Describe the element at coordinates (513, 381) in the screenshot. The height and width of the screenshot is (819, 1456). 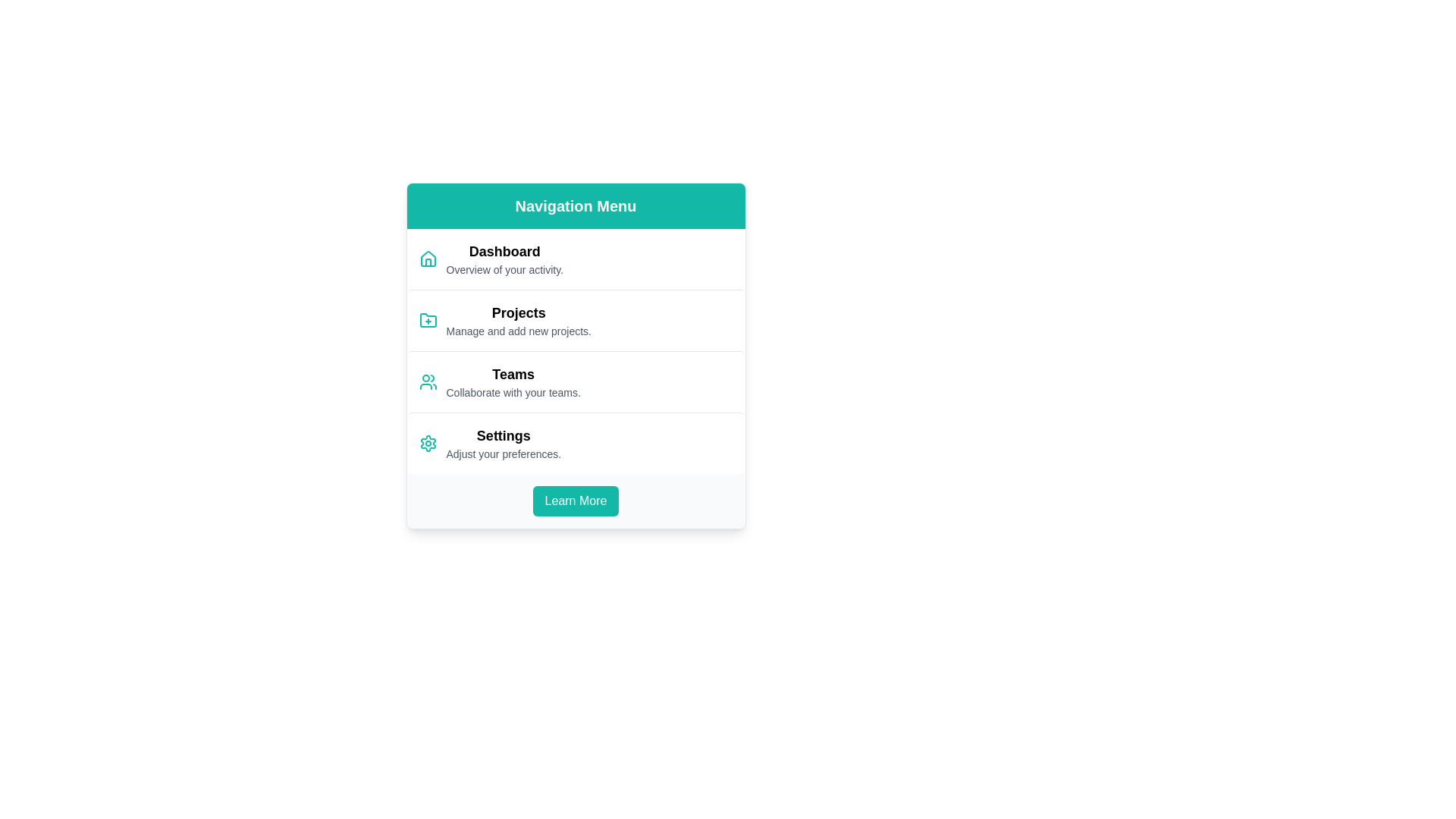
I see `the menu item labeled 'Teams', which consists of a bolded title and a description` at that location.